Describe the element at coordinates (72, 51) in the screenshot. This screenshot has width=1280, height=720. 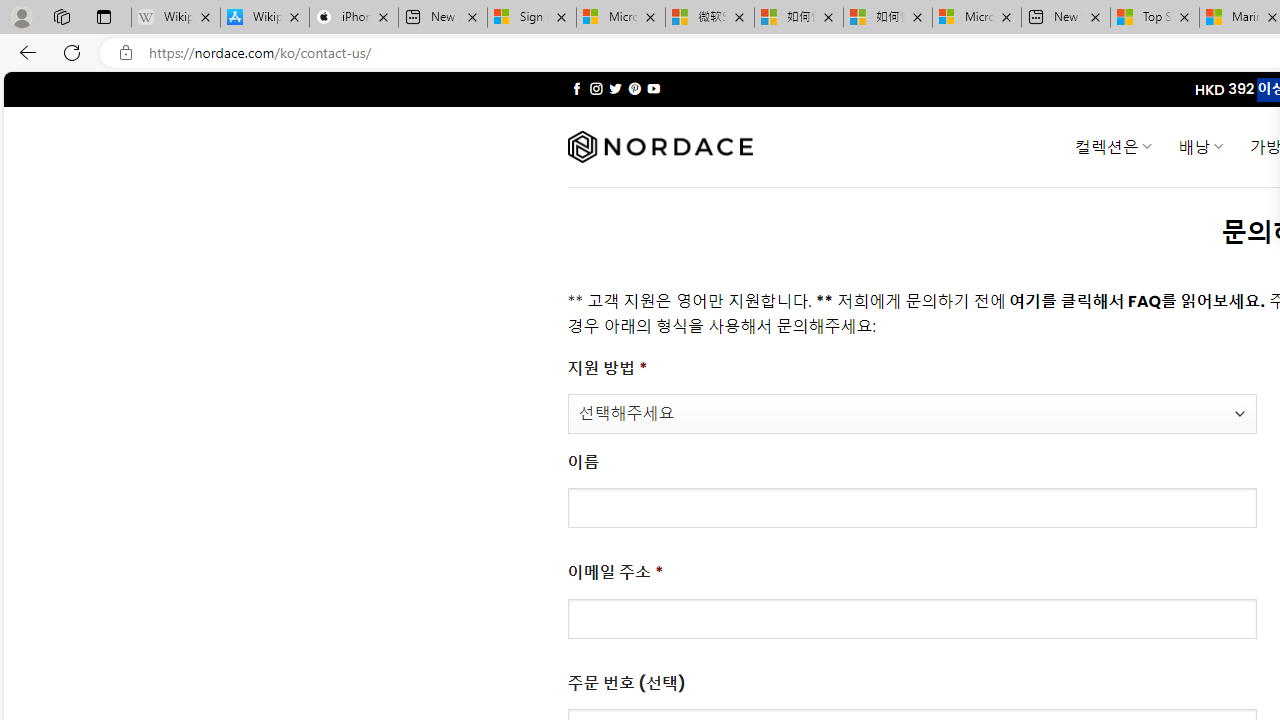
I see `'Refresh'` at that location.